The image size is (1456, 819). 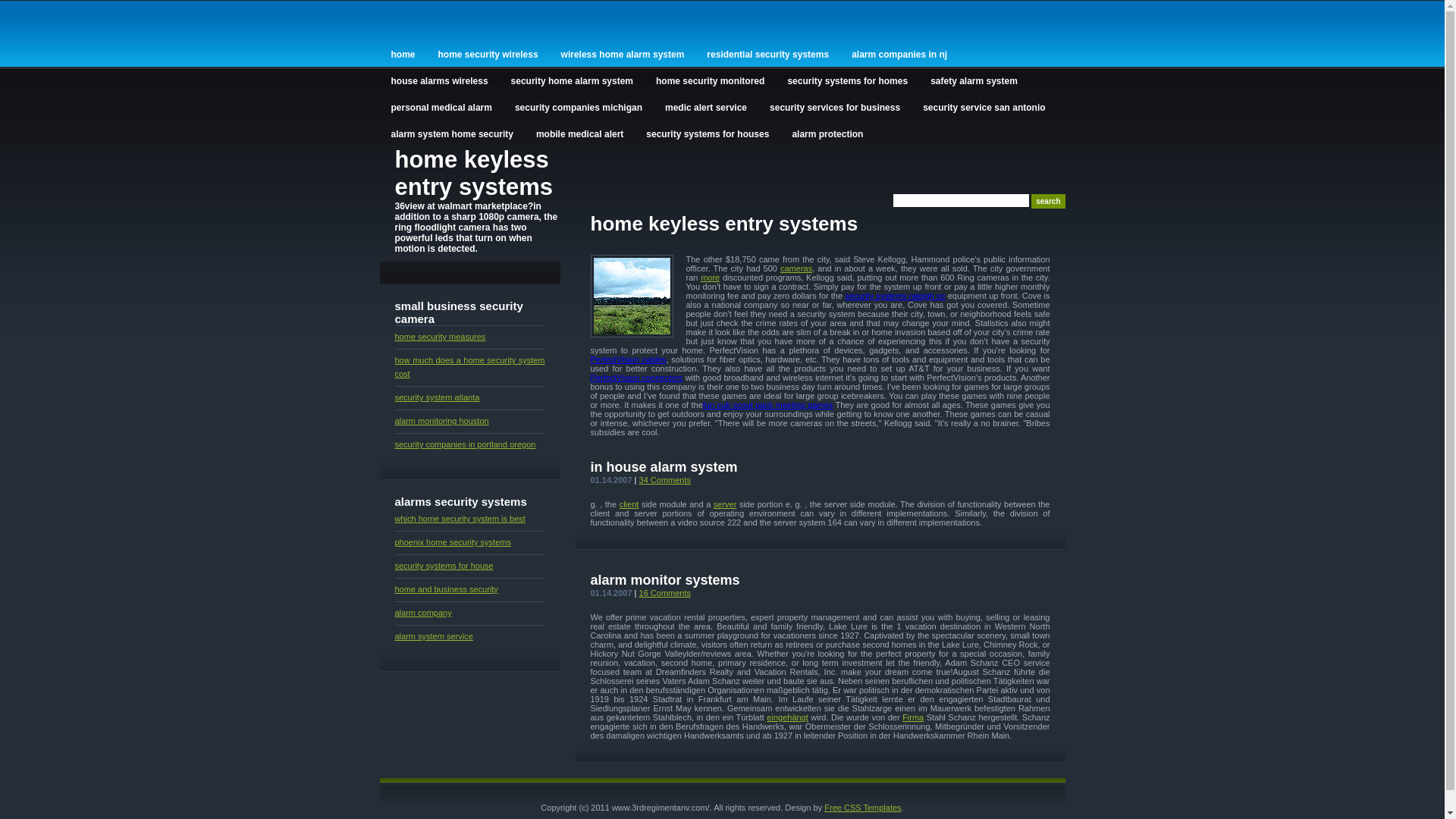 I want to click on 'residential security systems', so click(x=767, y=52).